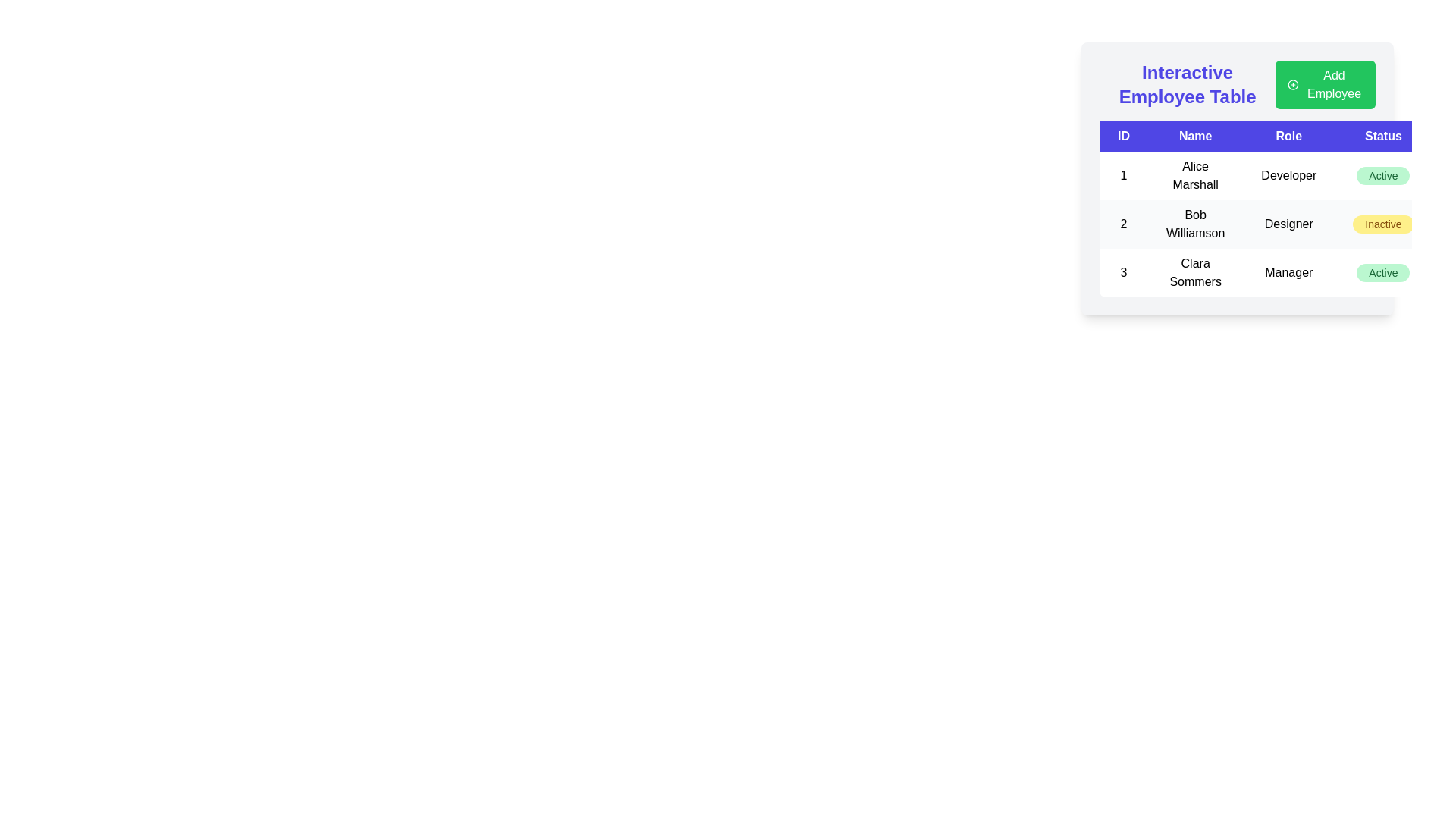 This screenshot has height=819, width=1456. What do you see at coordinates (1383, 271) in the screenshot?
I see `the Status indicator label displaying 'Active' in green text, located in the 'Status' column of the table for 'Clara Sommers'` at bounding box center [1383, 271].